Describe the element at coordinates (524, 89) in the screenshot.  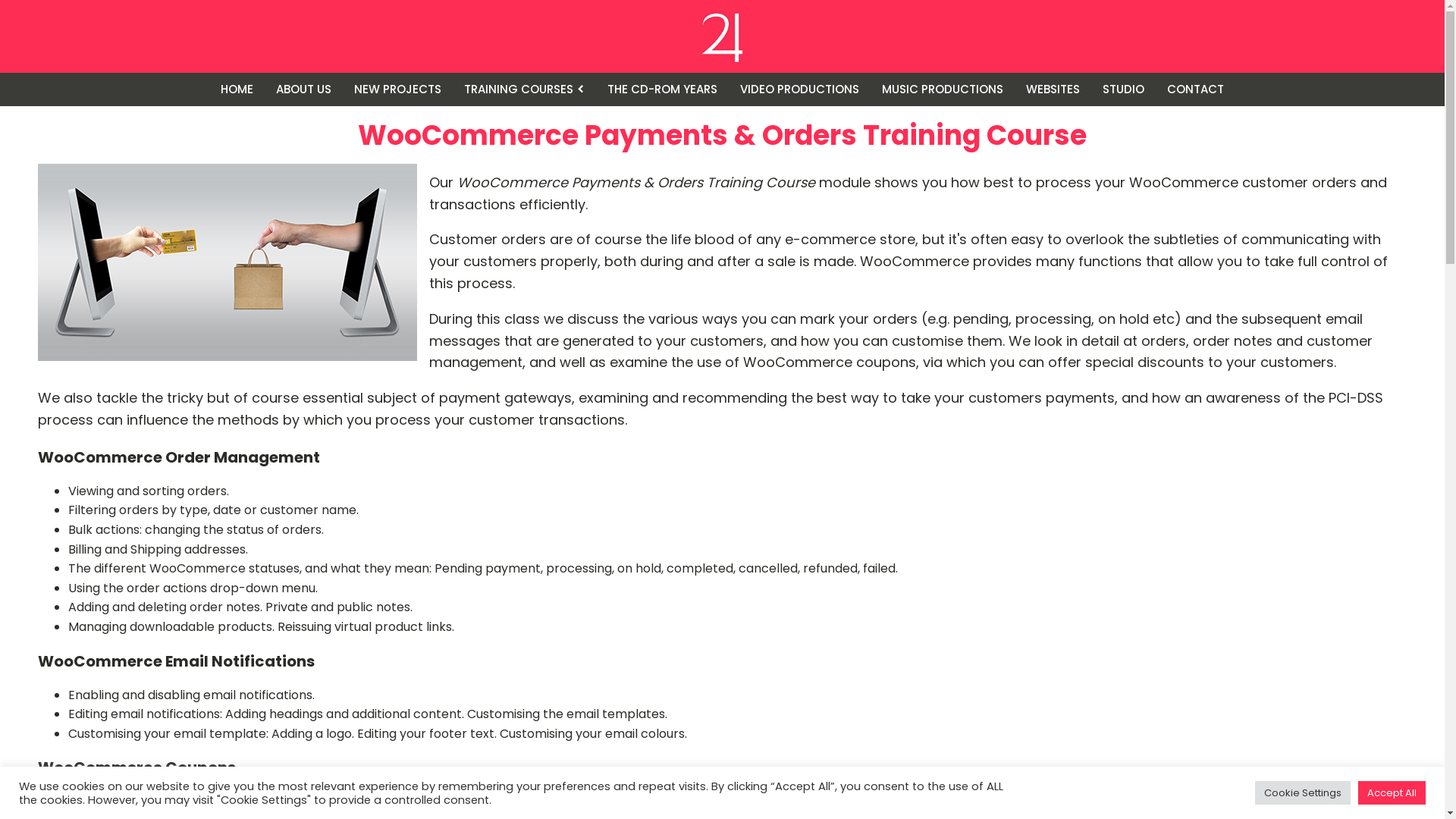
I see `'TRAINING COURSES'` at that location.